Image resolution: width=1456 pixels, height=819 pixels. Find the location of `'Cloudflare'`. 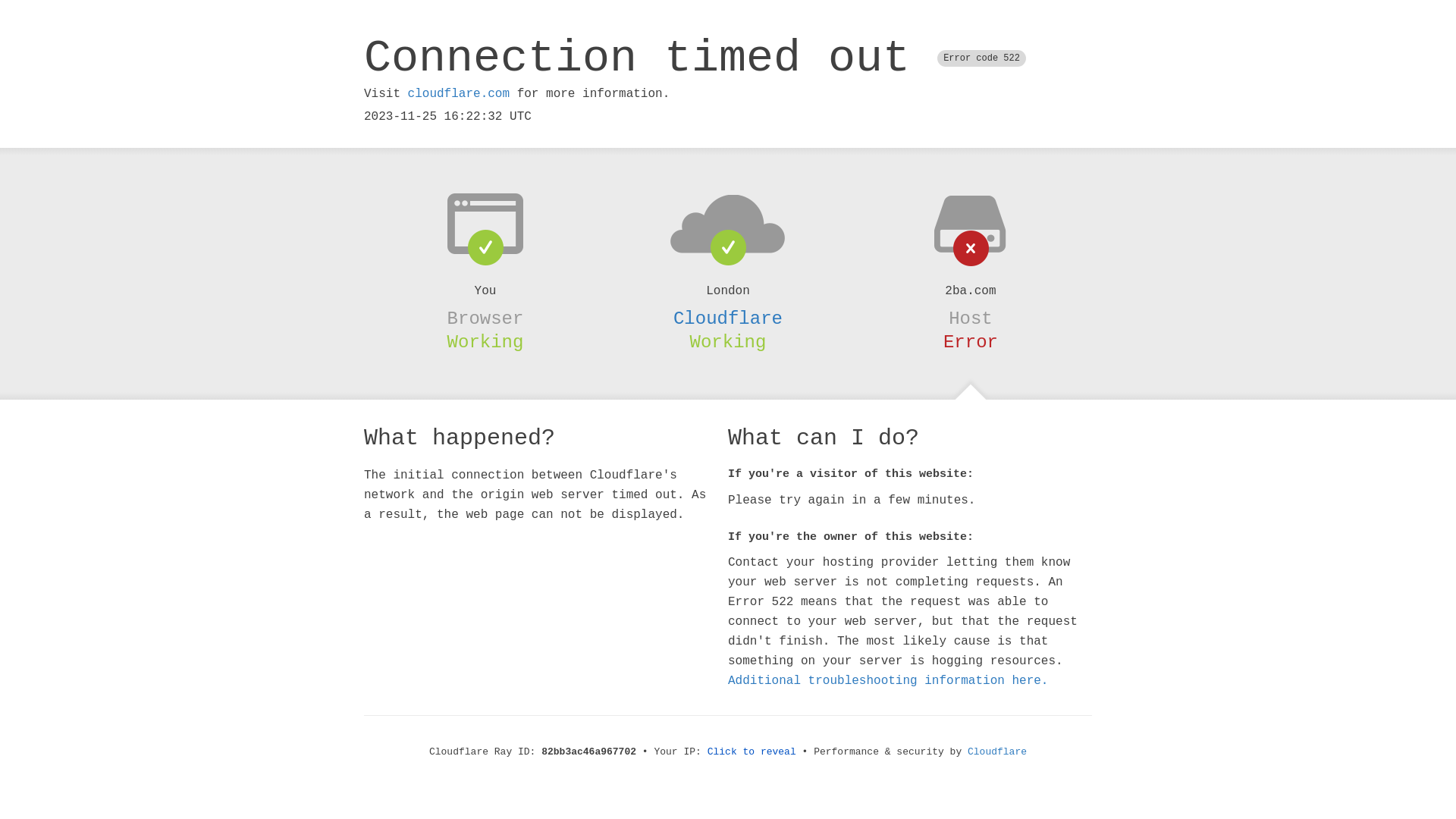

'Cloudflare' is located at coordinates (728, 318).